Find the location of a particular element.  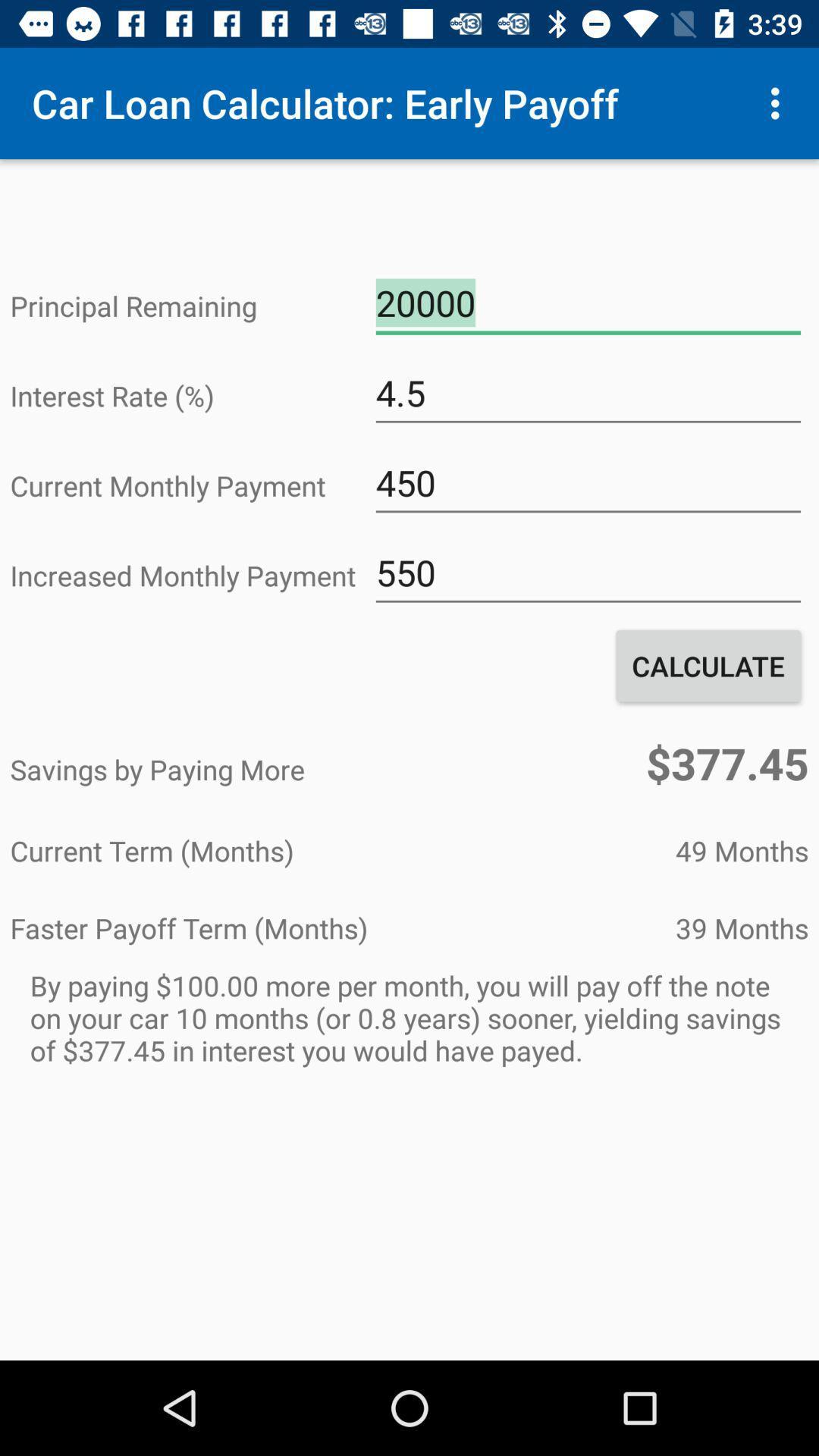

the icon below the 450 is located at coordinates (587, 572).